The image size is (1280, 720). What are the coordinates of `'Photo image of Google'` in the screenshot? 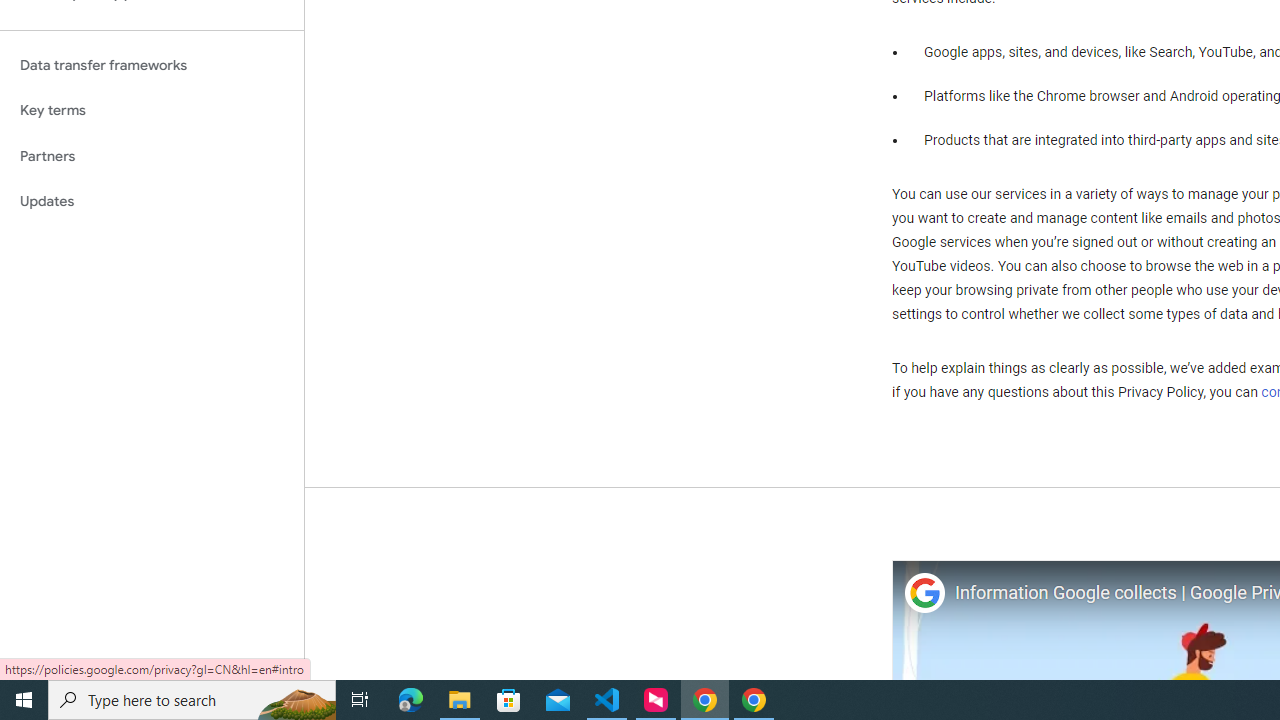 It's located at (923, 592).